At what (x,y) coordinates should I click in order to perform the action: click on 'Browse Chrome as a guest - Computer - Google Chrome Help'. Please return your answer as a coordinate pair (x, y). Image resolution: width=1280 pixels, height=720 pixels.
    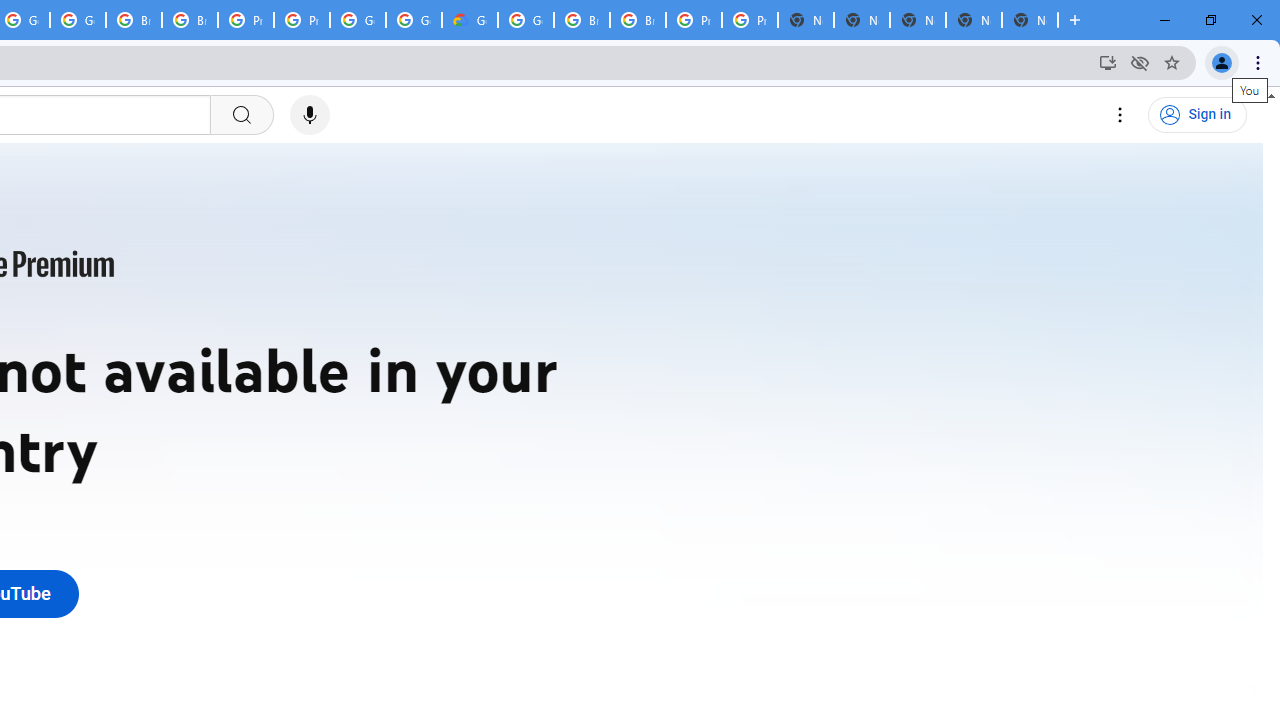
    Looking at the image, I should click on (581, 20).